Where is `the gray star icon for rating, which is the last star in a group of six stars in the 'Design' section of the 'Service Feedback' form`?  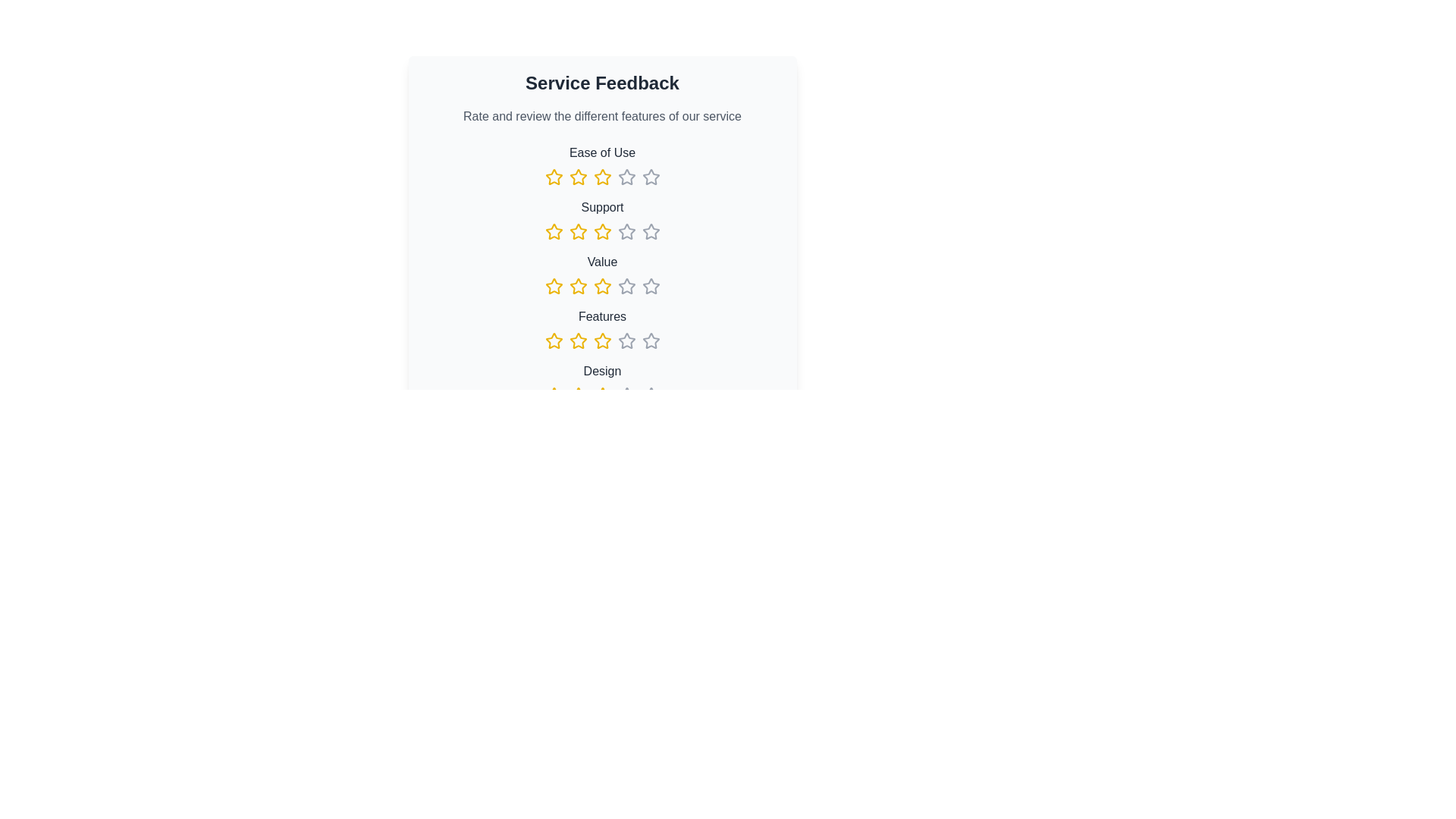 the gray star icon for rating, which is the last star in a group of six stars in the 'Design' section of the 'Service Feedback' form is located at coordinates (651, 394).